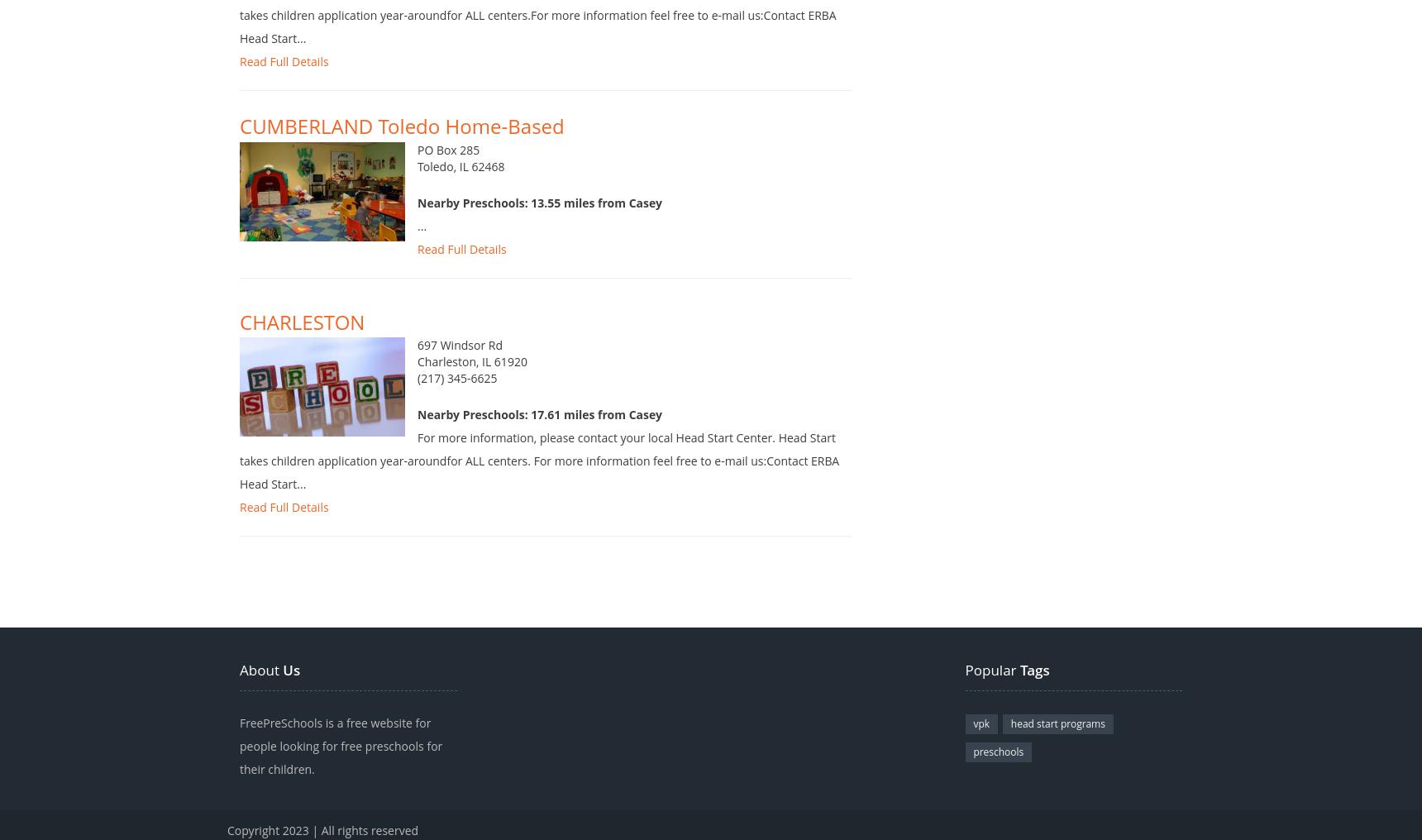 This screenshot has height=840, width=1422. I want to click on '...', so click(417, 242).